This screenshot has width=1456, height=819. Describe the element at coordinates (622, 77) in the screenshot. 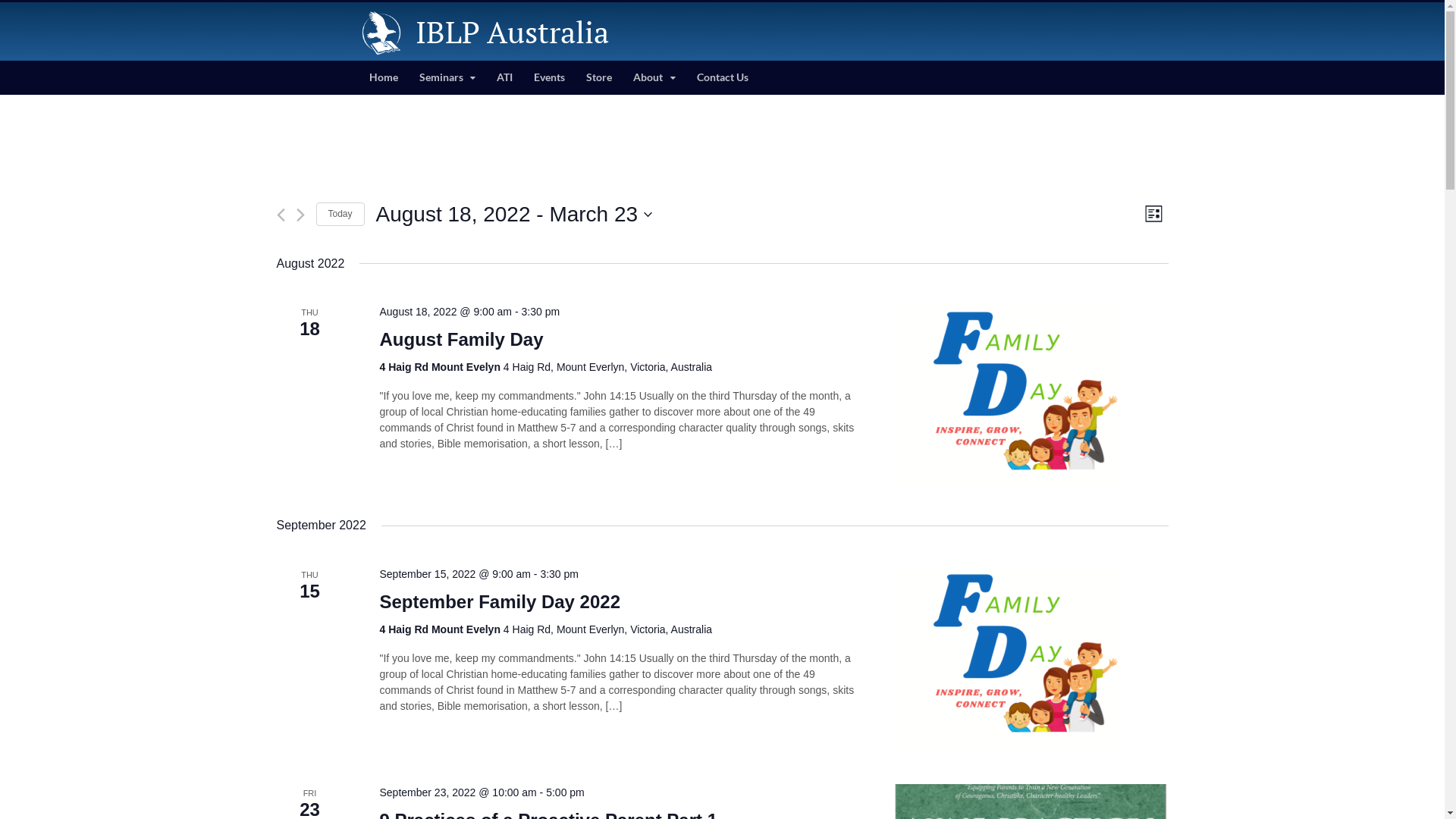

I see `'About'` at that location.